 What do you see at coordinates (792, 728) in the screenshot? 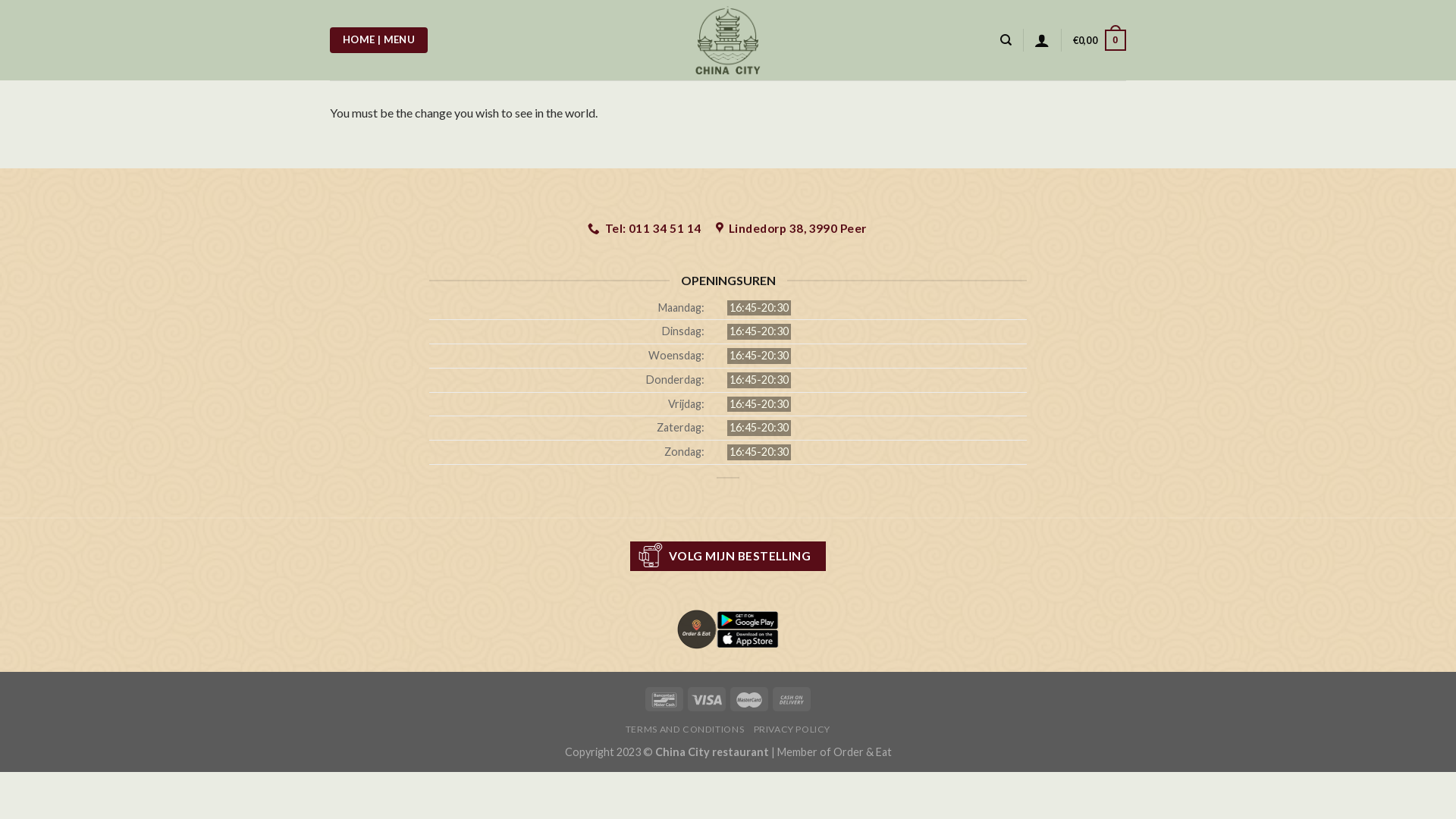
I see `'PRIVACY POLICY'` at bounding box center [792, 728].